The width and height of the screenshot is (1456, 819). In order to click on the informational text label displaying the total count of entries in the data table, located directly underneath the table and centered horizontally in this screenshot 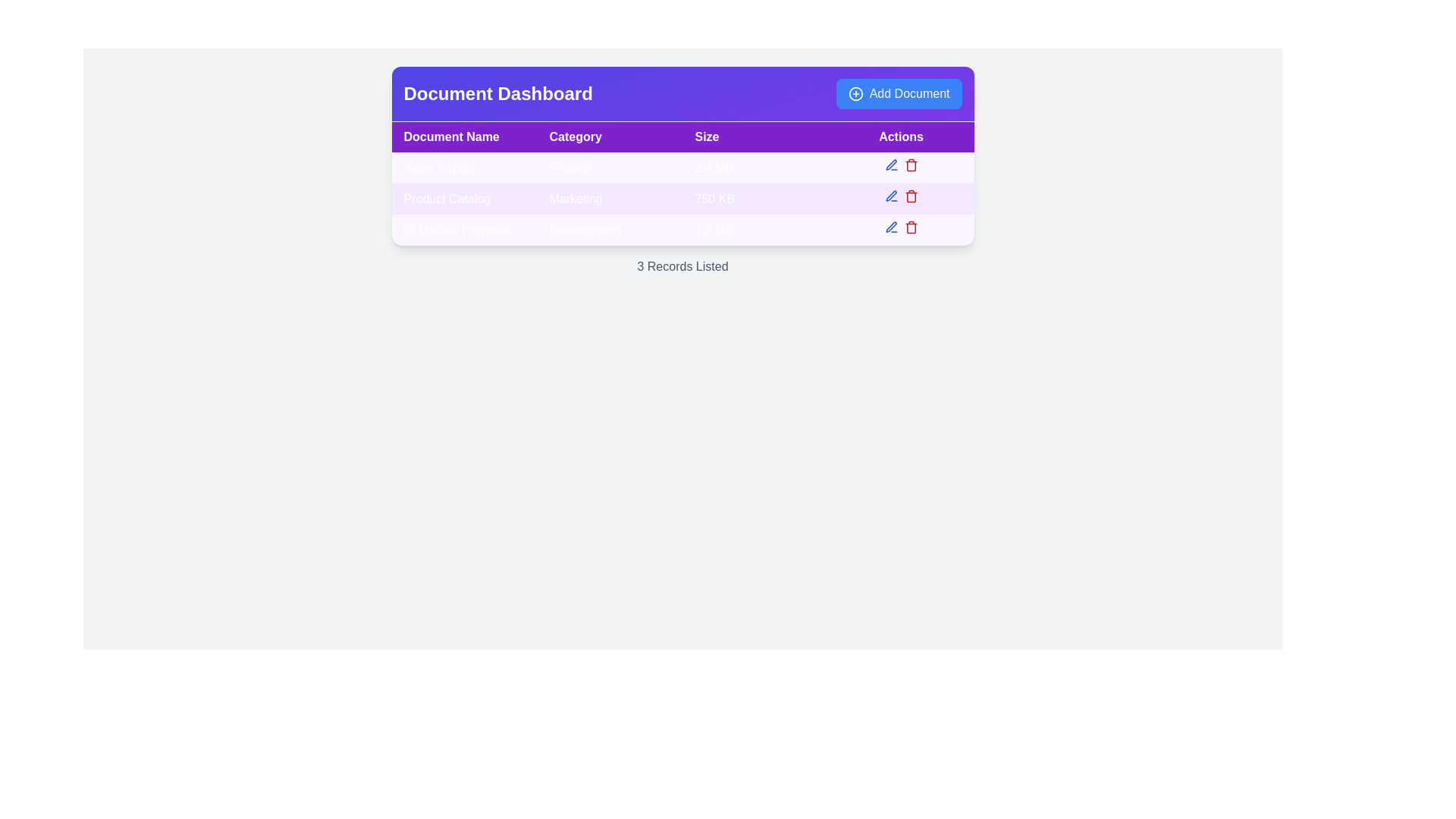, I will do `click(682, 265)`.